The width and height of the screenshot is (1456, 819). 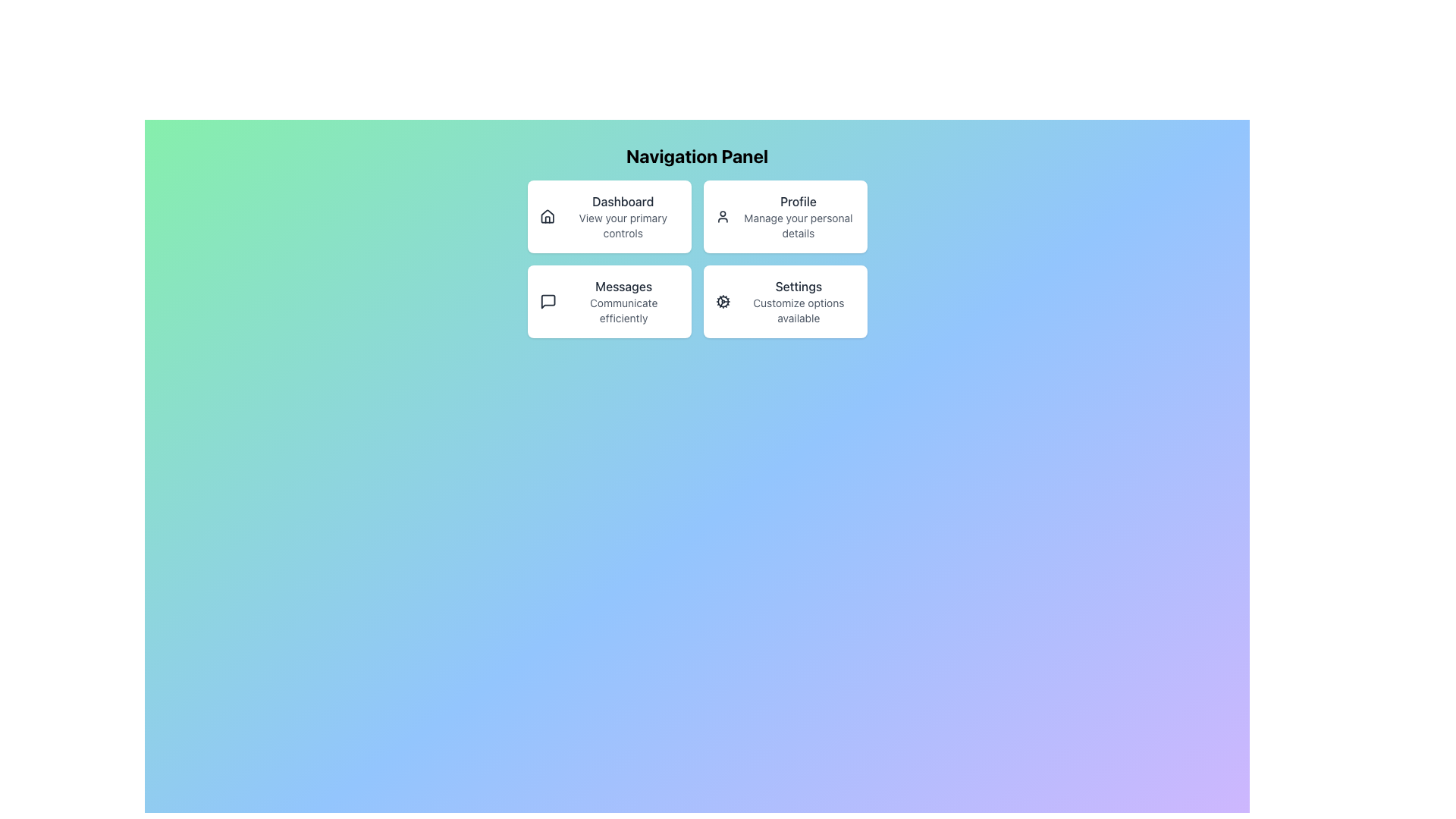 What do you see at coordinates (798, 287) in the screenshot?
I see `the text label 'Settings', which is displayed in bold font and located within a white rectangular section in the bottom-right quadrant of the grid layout` at bounding box center [798, 287].